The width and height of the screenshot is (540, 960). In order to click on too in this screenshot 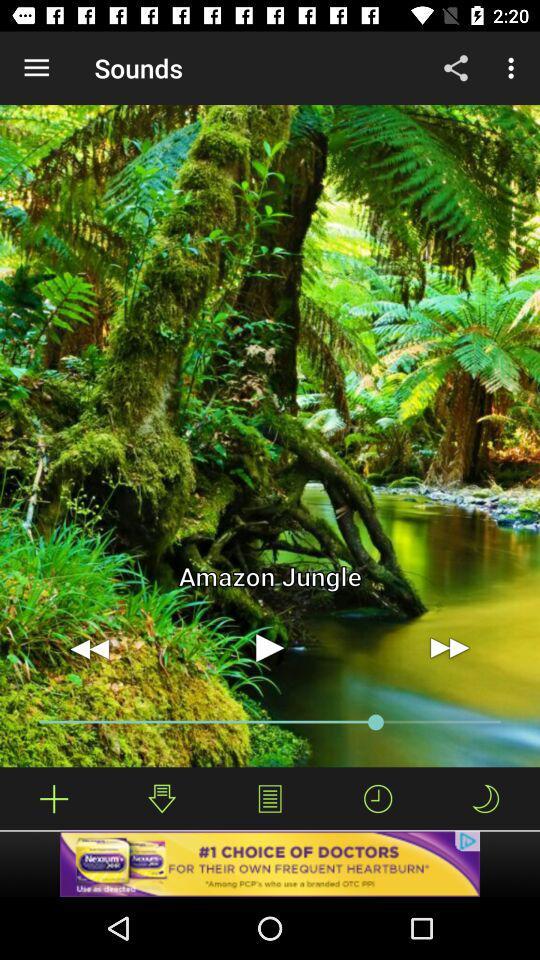, I will do `click(54, 798)`.